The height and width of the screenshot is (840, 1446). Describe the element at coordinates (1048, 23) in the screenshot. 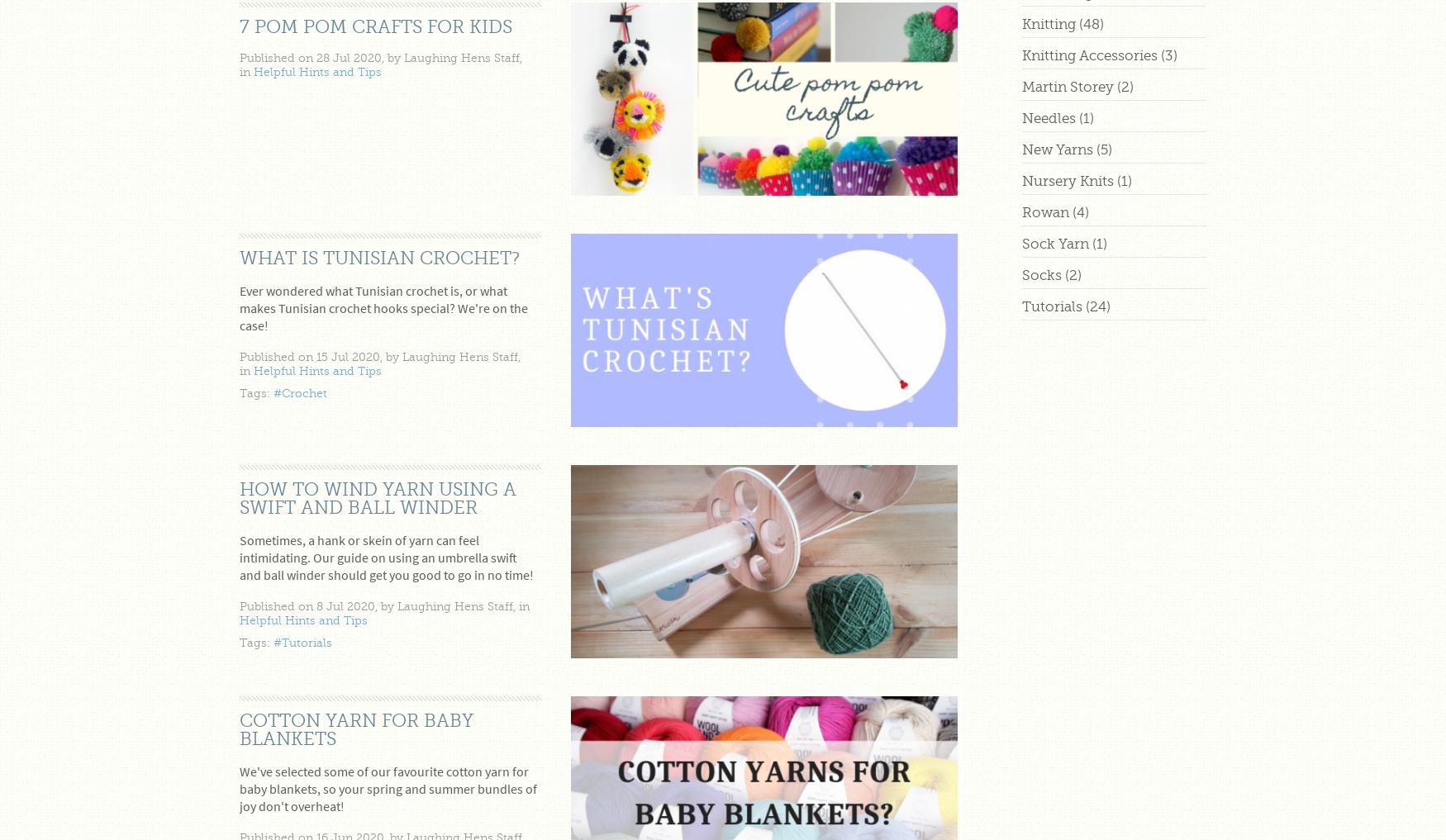

I see `'Knitting'` at that location.